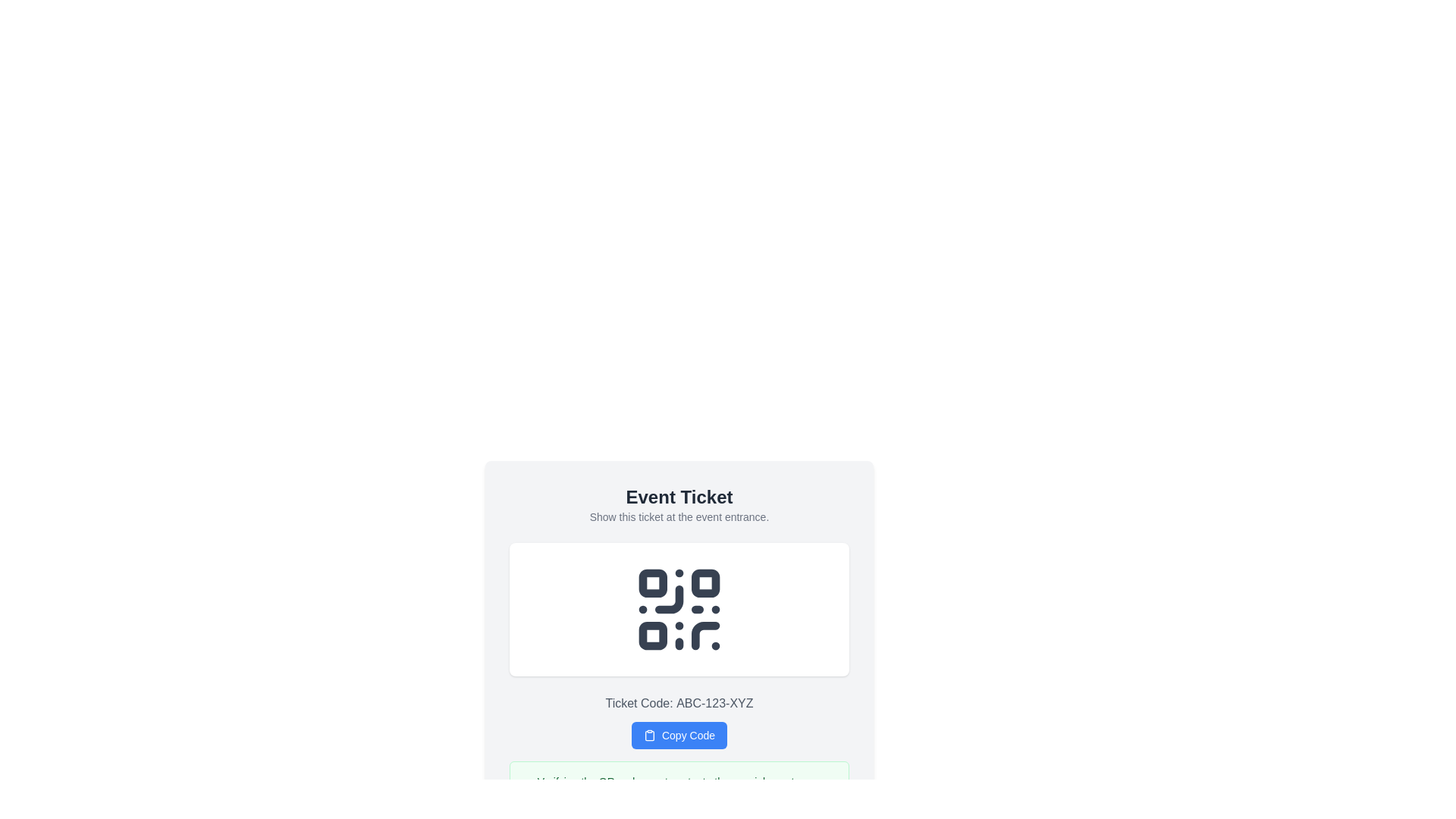 The image size is (1456, 819). Describe the element at coordinates (653, 635) in the screenshot. I see `the bottom-left block of the QR code representation, which serves as a graphical representation encoding data` at that location.